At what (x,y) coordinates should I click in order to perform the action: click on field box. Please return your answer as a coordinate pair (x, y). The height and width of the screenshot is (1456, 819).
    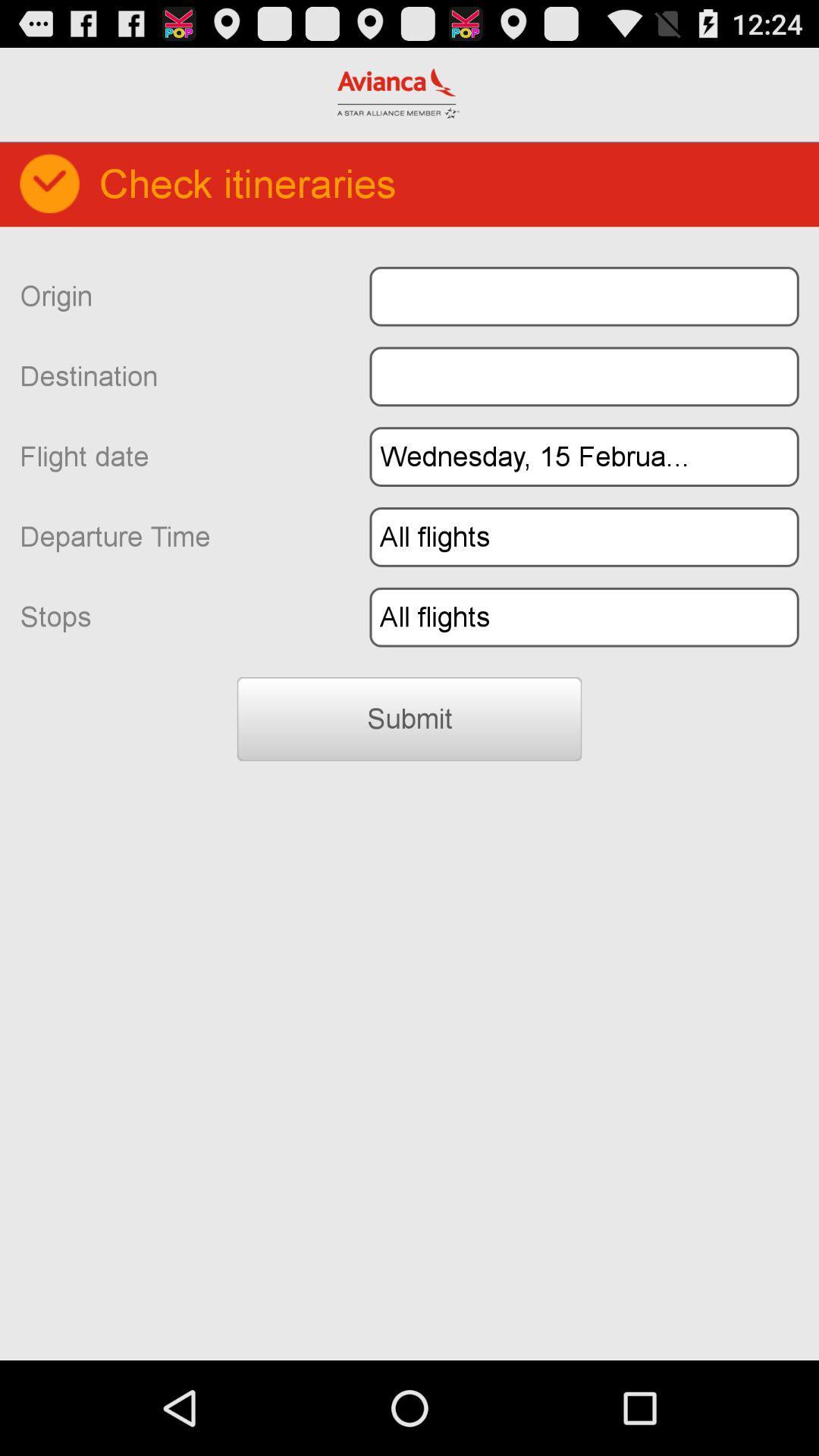
    Looking at the image, I should click on (583, 297).